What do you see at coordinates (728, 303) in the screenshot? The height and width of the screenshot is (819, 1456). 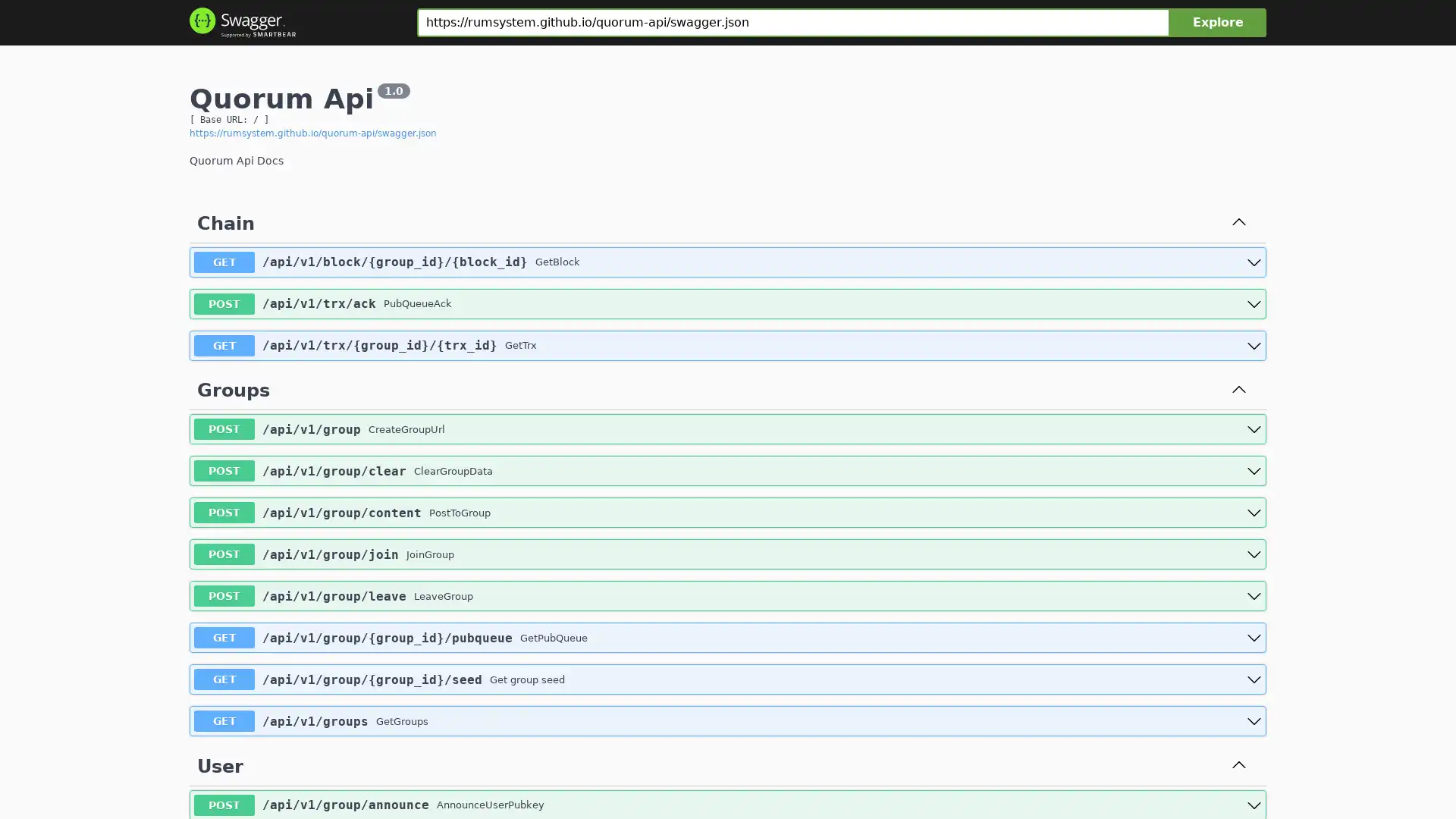 I see `post /api/v1/trx/ack` at bounding box center [728, 303].